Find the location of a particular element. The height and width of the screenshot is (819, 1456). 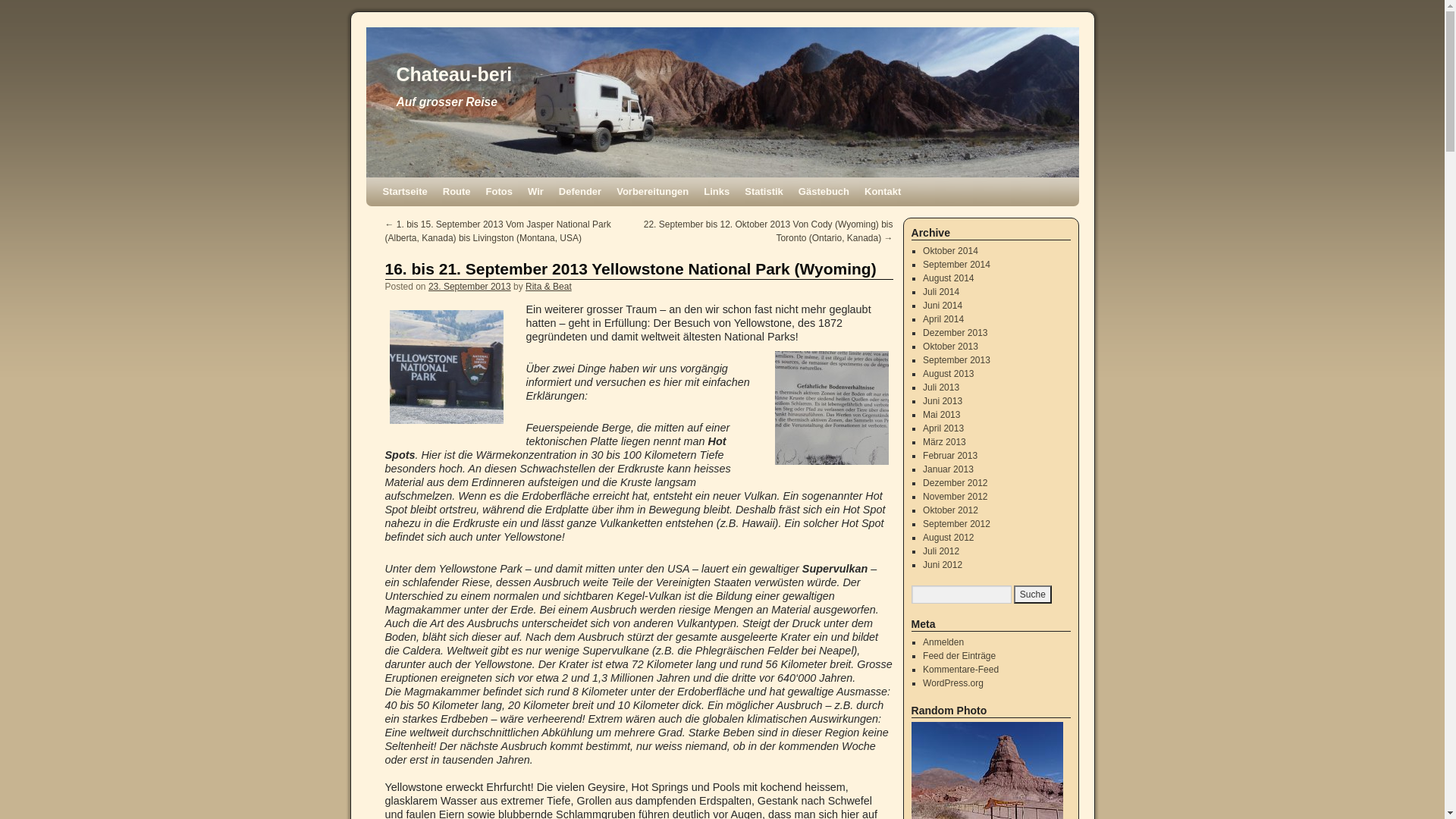

'April 2014' is located at coordinates (922, 318).